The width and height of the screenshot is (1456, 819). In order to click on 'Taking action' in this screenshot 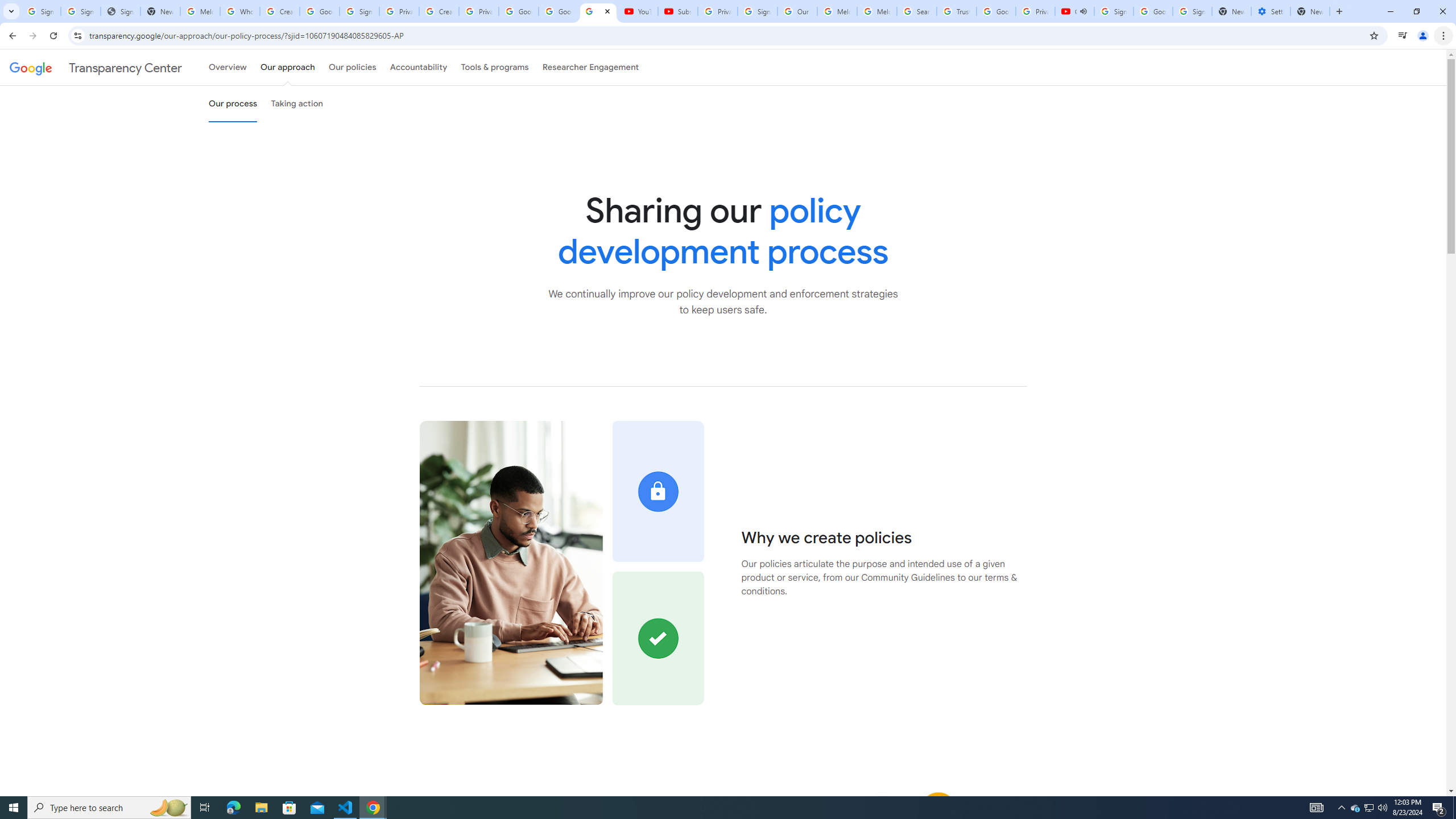, I will do `click(296, 103)`.